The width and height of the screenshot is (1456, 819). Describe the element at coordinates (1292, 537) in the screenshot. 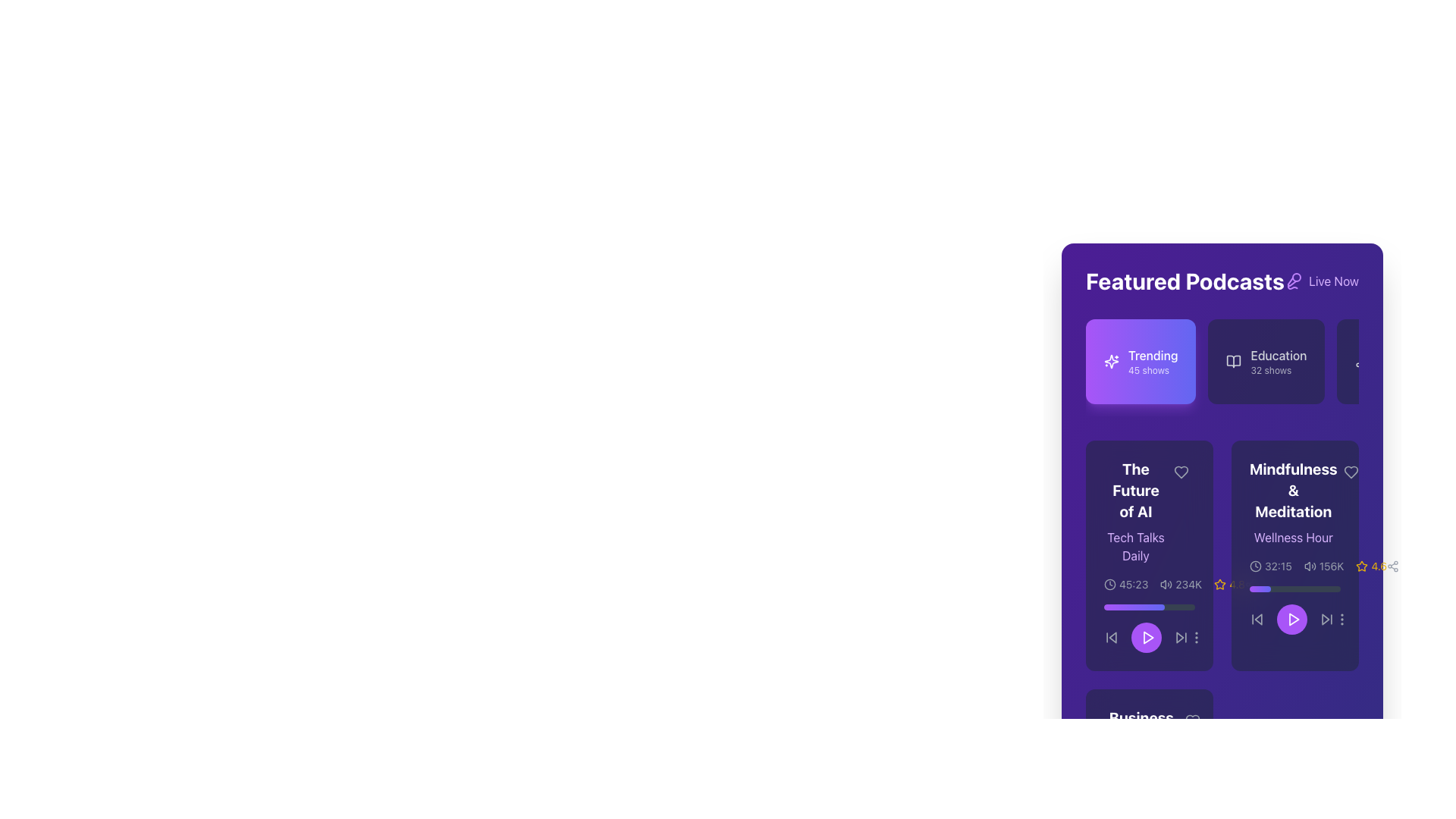

I see `the static text element located below the 'Mindfulness & Meditation' label in the 'Featured Podcasts' section of the card` at that location.